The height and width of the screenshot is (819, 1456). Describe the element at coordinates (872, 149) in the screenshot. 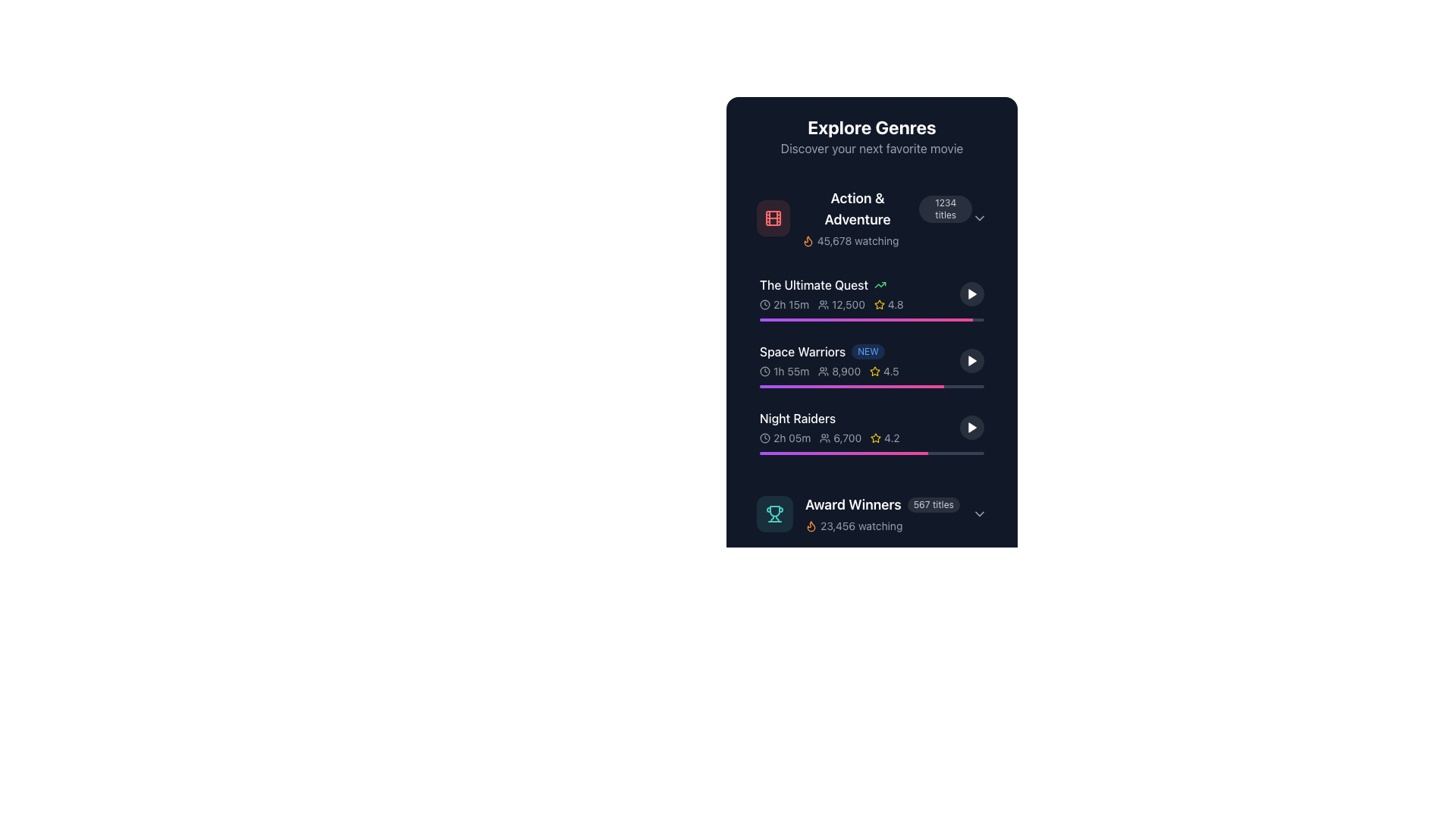

I see `the text label that encourages users` at that location.